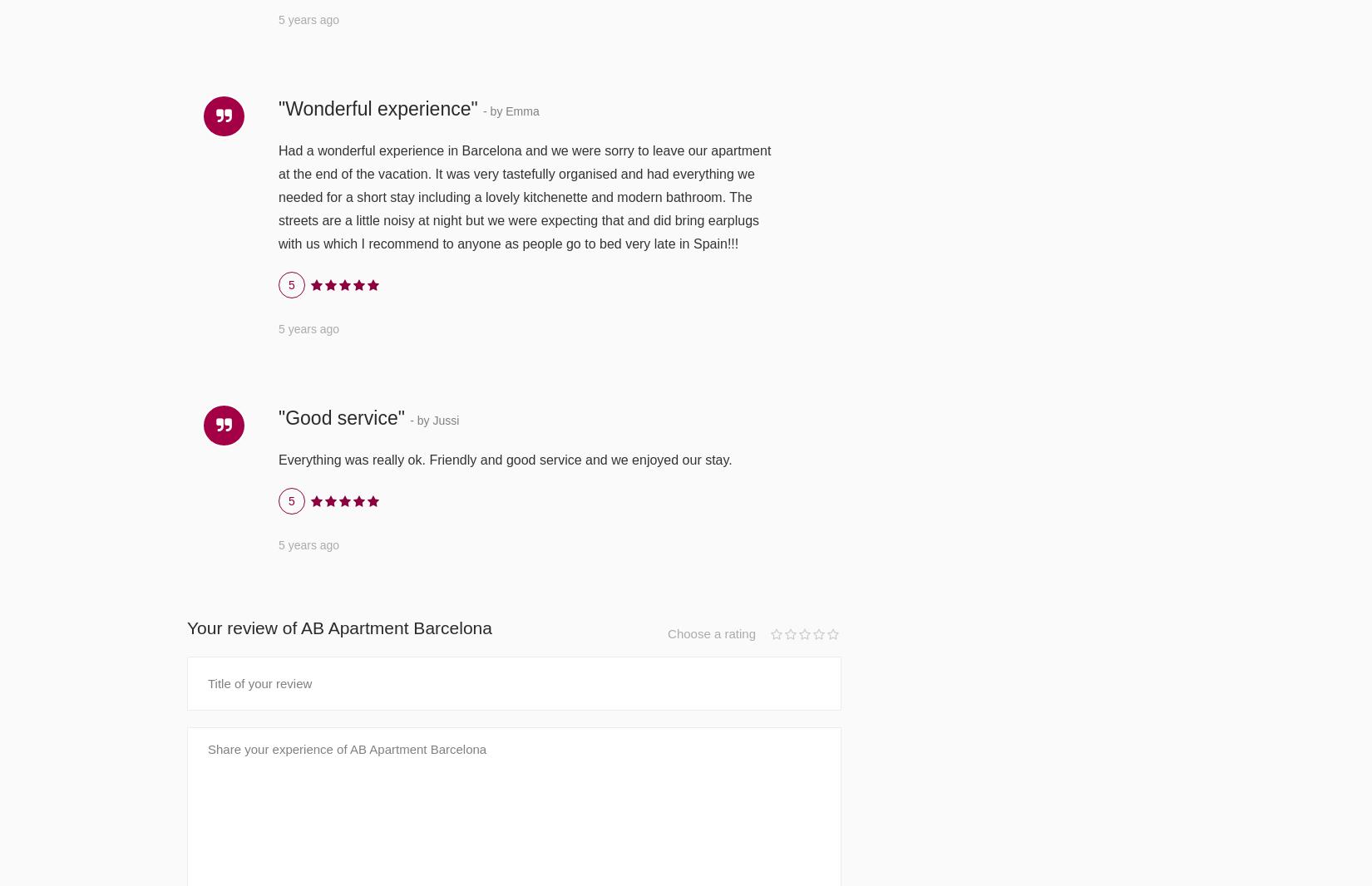 This screenshot has width=1372, height=886. Describe the element at coordinates (510, 110) in the screenshot. I see `'- by Emma'` at that location.